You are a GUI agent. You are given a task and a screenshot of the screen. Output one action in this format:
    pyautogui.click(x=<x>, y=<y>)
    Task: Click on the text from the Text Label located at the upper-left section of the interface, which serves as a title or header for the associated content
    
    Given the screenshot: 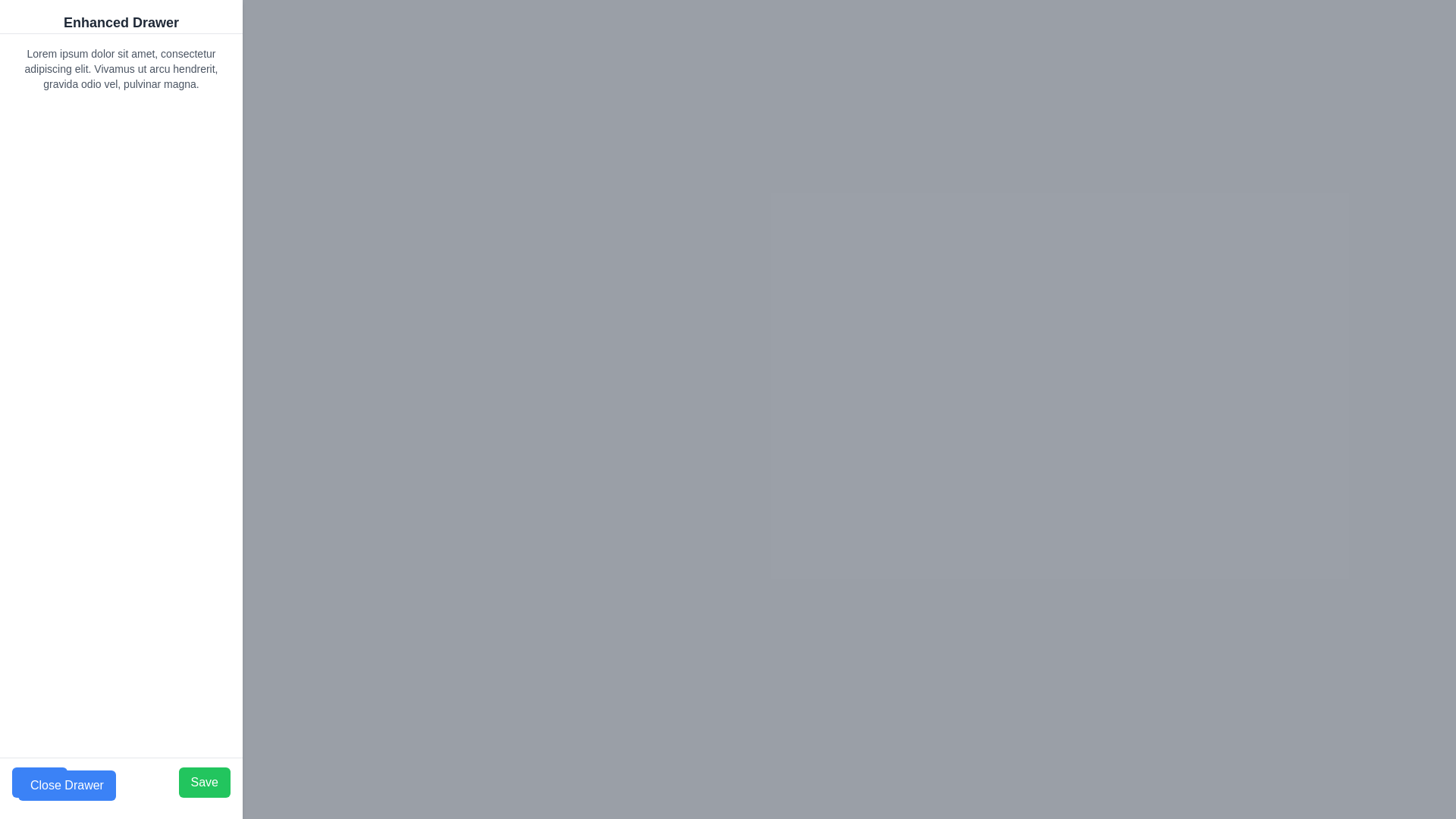 What is the action you would take?
    pyautogui.click(x=120, y=23)
    